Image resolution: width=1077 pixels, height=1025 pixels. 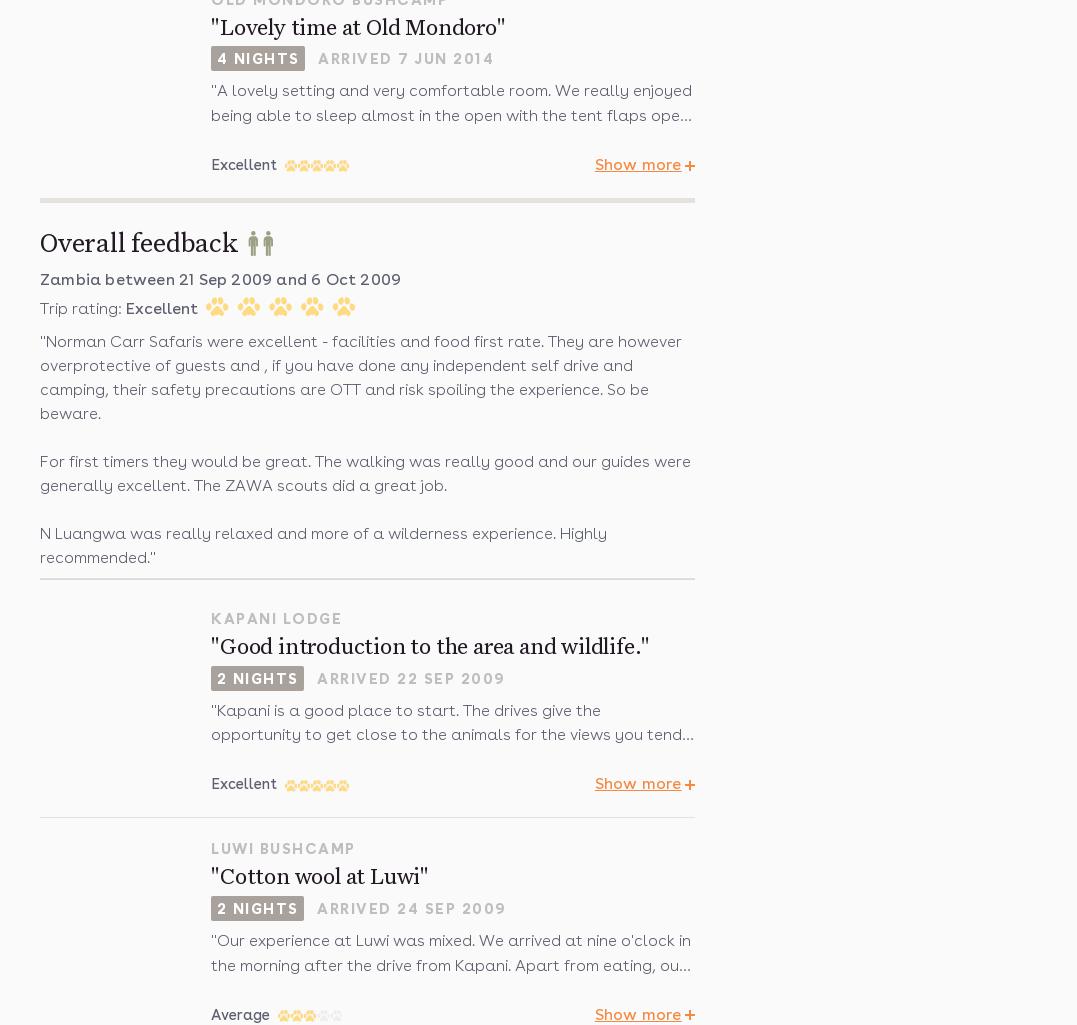 I want to click on '"Good introduction to the area and wildlife."', so click(x=429, y=647).